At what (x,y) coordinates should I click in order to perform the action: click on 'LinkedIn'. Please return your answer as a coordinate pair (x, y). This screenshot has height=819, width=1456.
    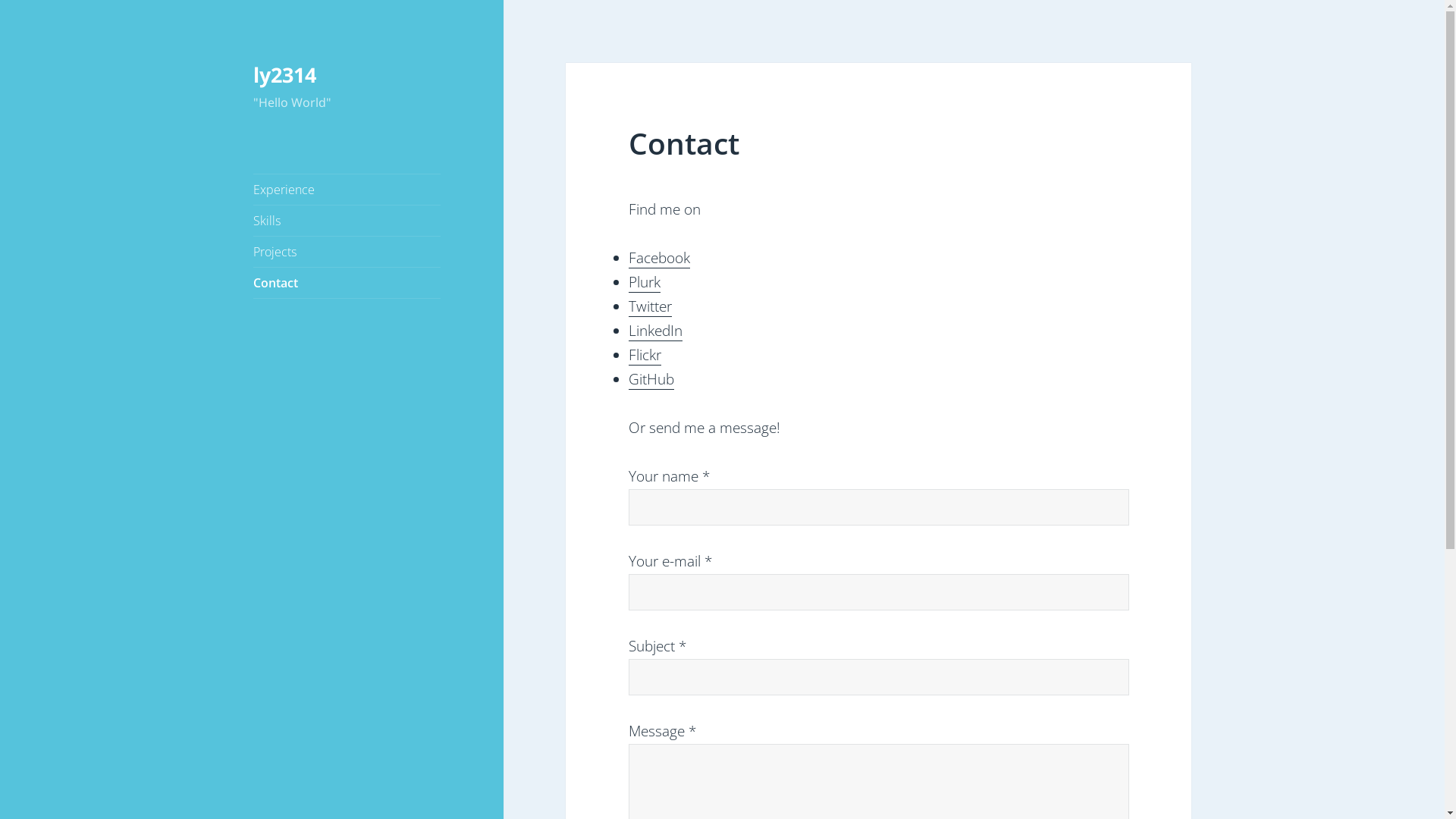
    Looking at the image, I should click on (655, 330).